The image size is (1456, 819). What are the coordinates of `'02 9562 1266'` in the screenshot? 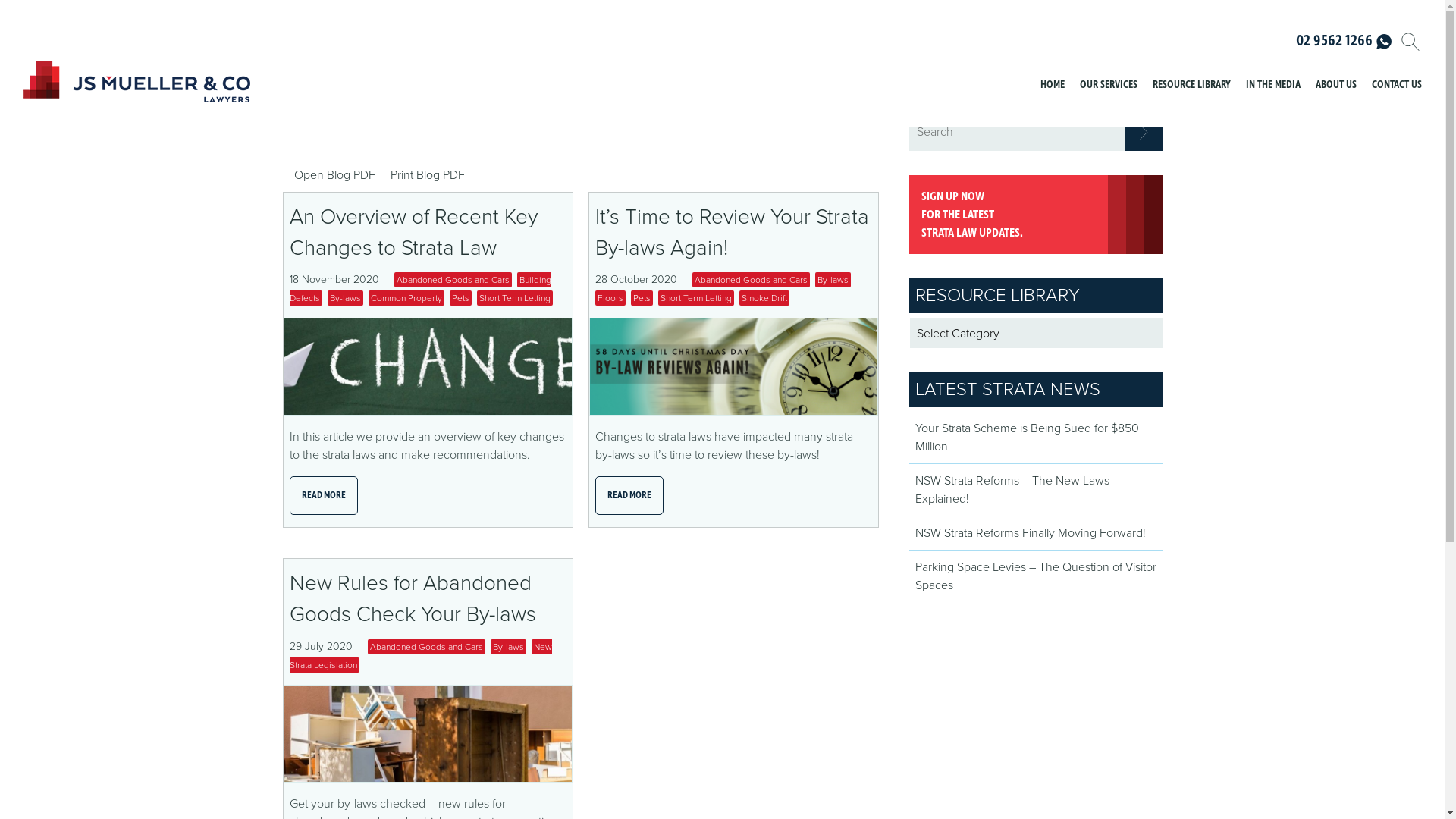 It's located at (1294, 40).